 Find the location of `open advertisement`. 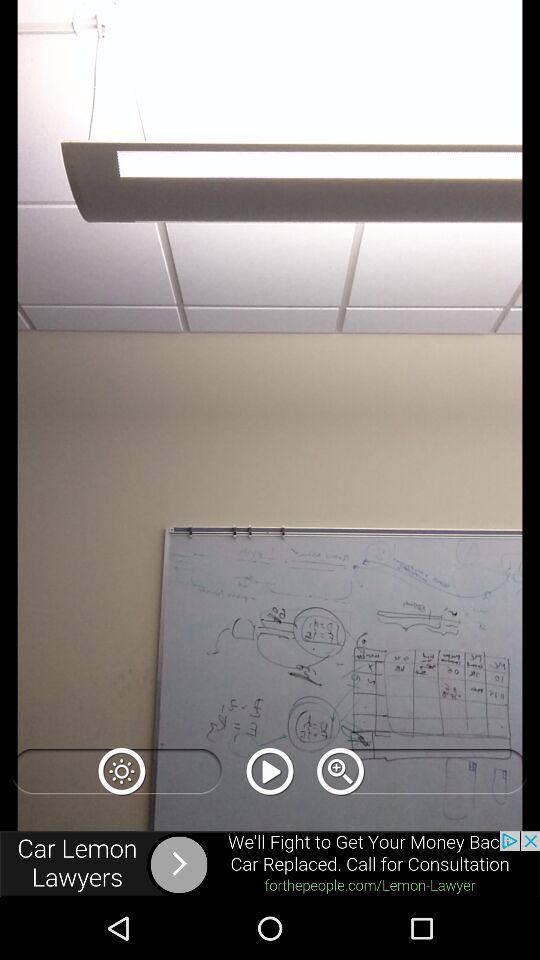

open advertisement is located at coordinates (270, 863).